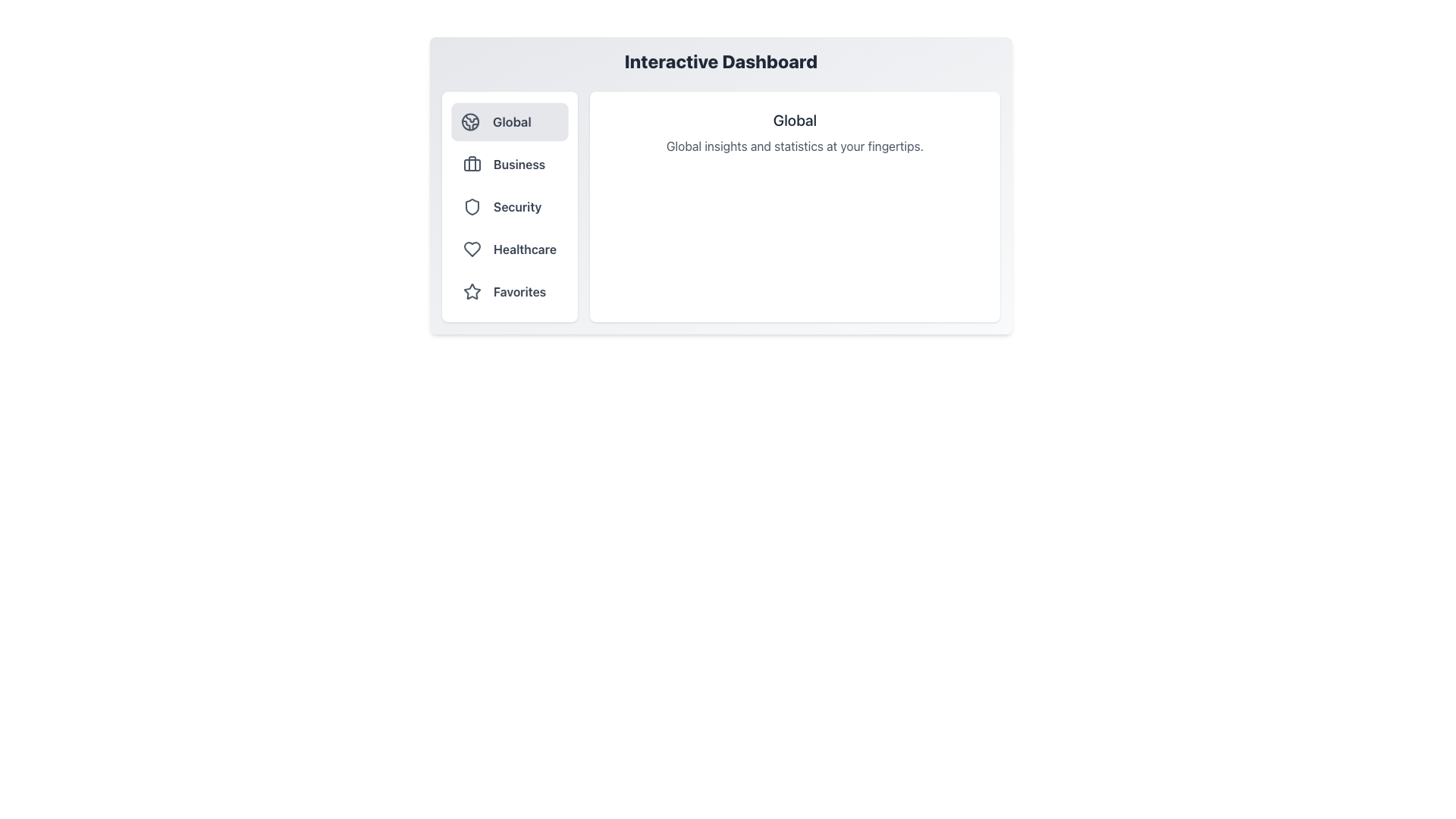  What do you see at coordinates (472, 248) in the screenshot?
I see `the dark gray heart-shaped icon with a thick outline, located next to the text 'Healthcare' in the menu` at bounding box center [472, 248].